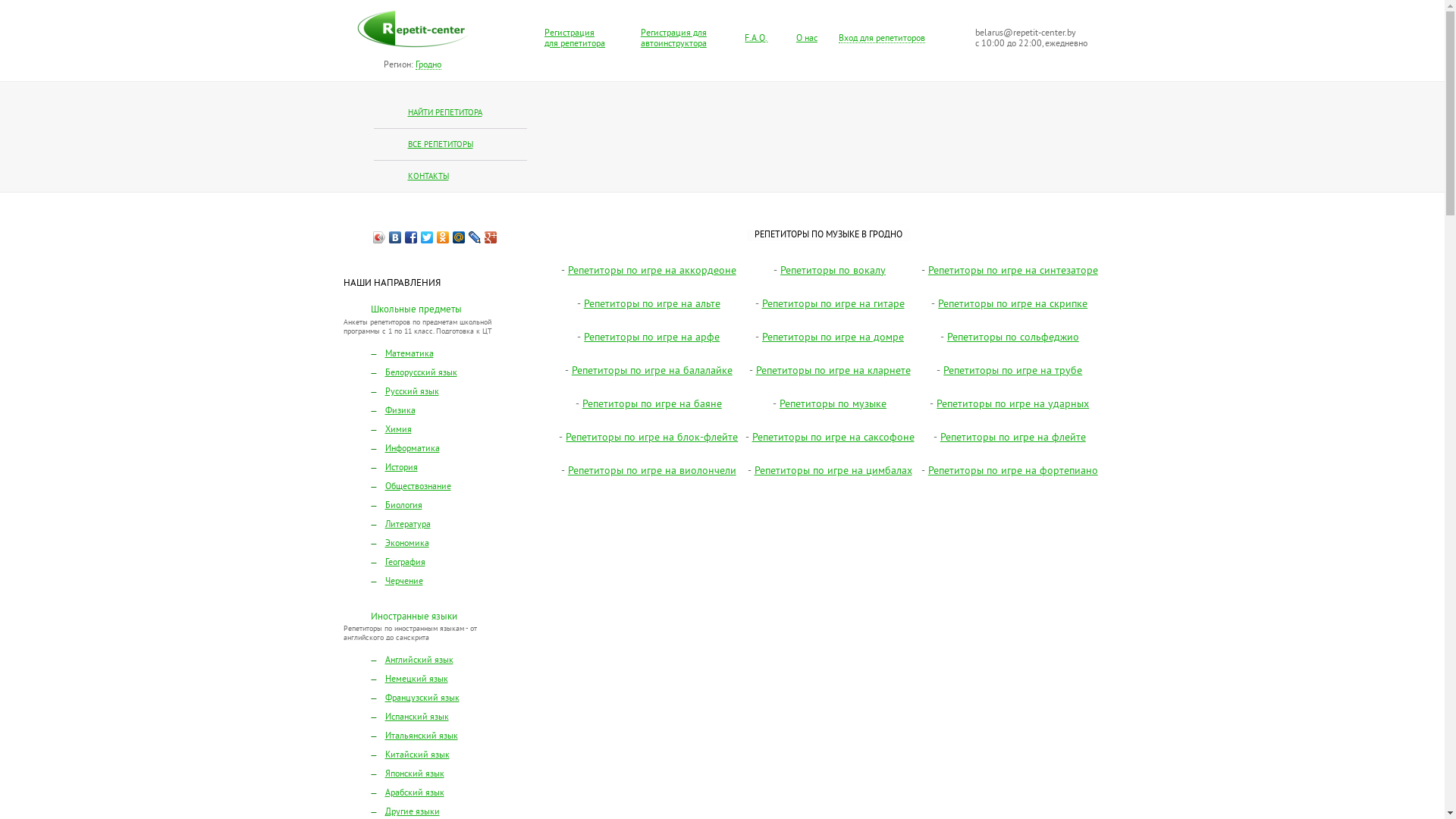  Describe the element at coordinates (491, 237) in the screenshot. I see `'Google Plus'` at that location.